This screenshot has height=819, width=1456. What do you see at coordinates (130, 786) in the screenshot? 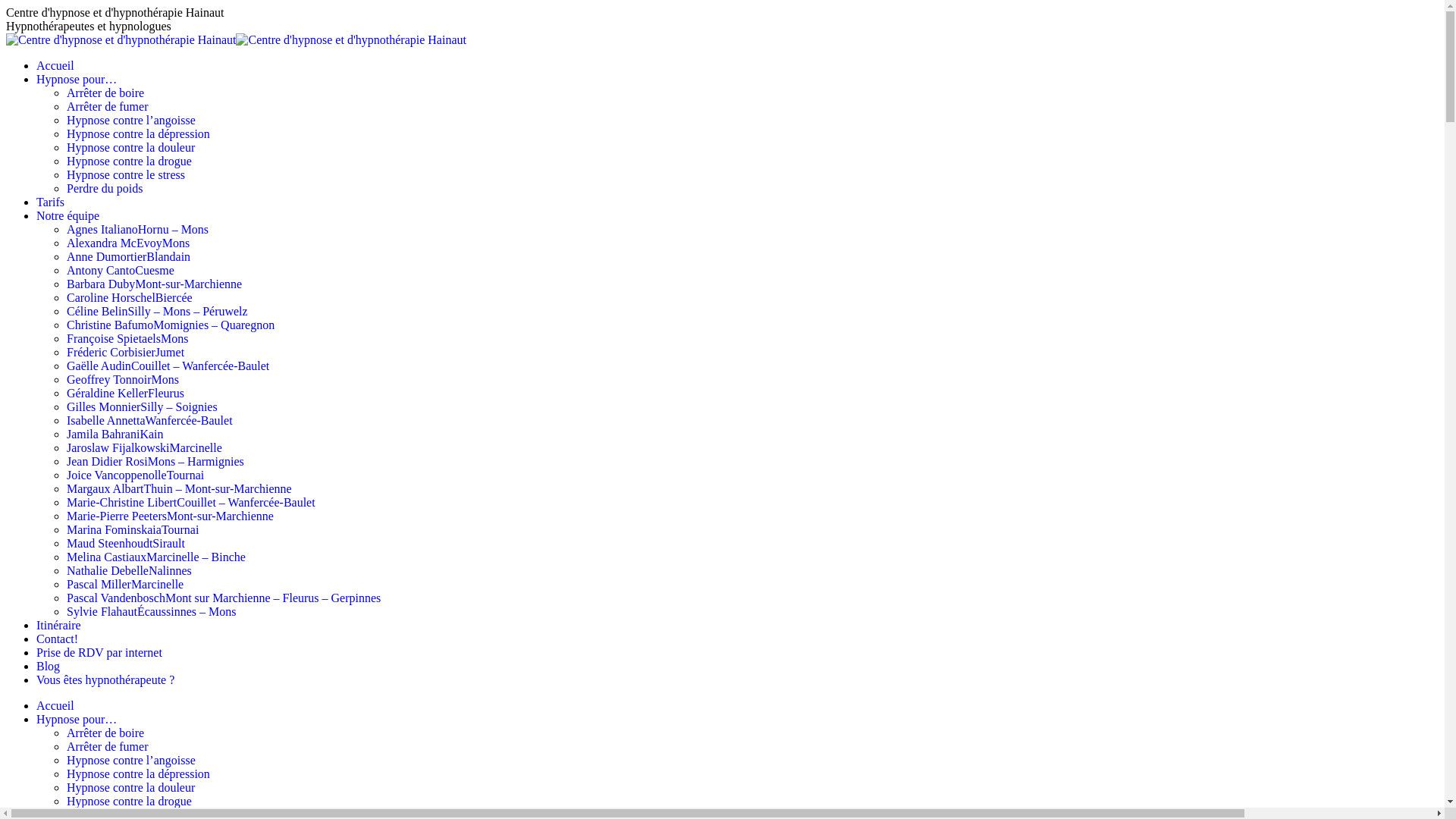
I see `'Hypnose contre la douleur'` at bounding box center [130, 786].